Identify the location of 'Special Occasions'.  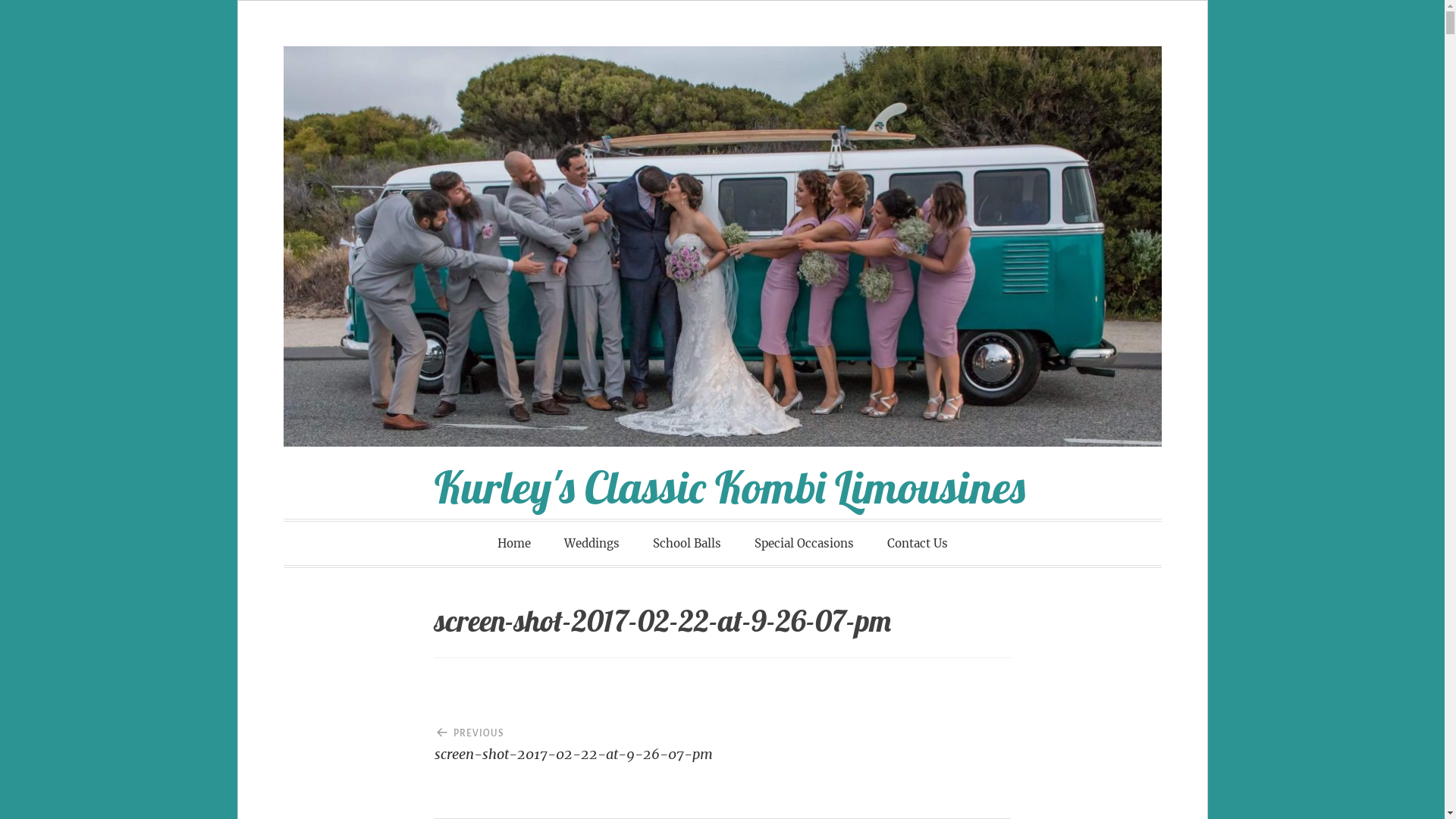
(802, 542).